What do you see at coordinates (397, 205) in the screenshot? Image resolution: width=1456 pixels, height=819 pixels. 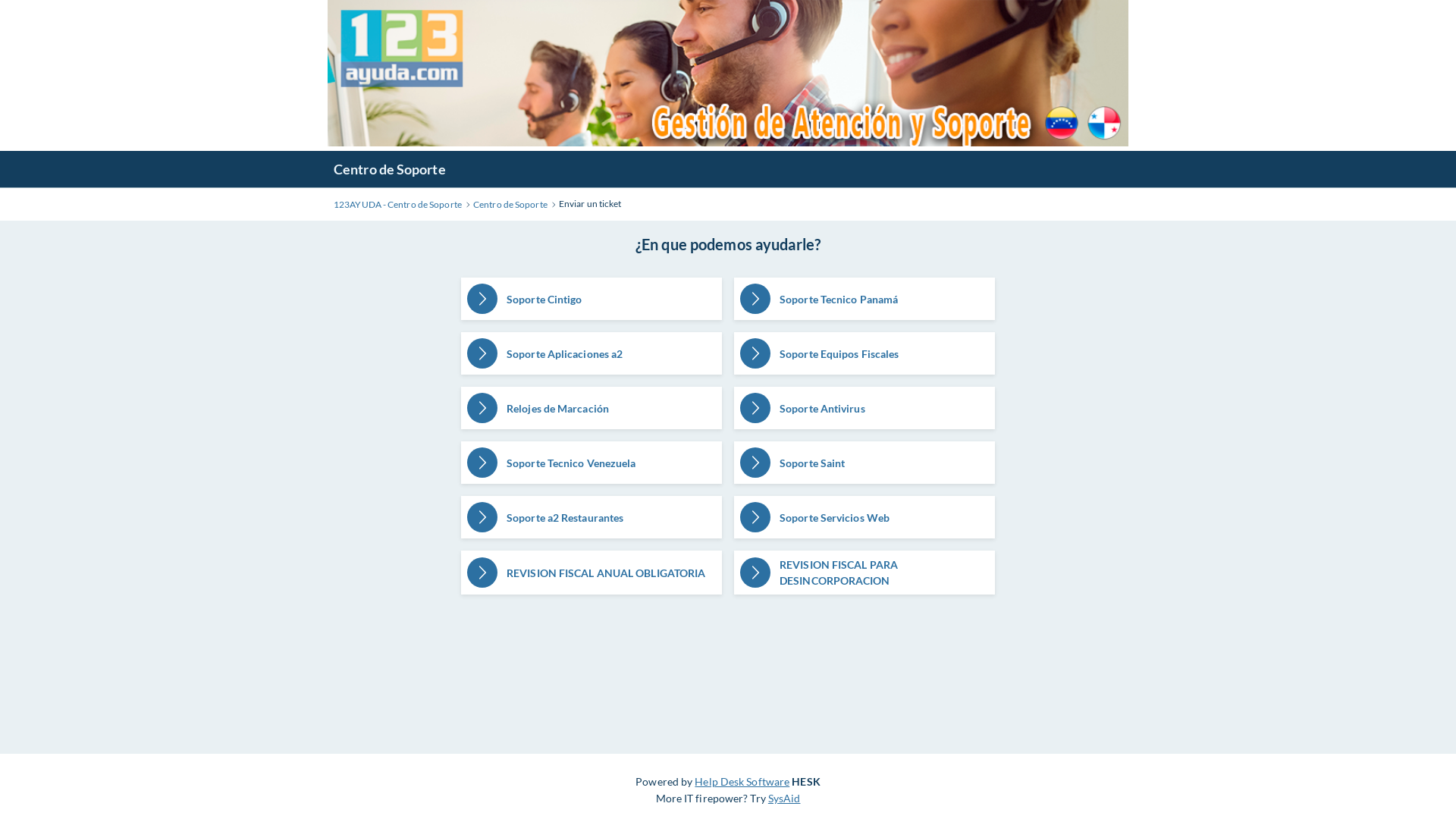 I see `'123AYUDA - Centro de Soporte'` at bounding box center [397, 205].